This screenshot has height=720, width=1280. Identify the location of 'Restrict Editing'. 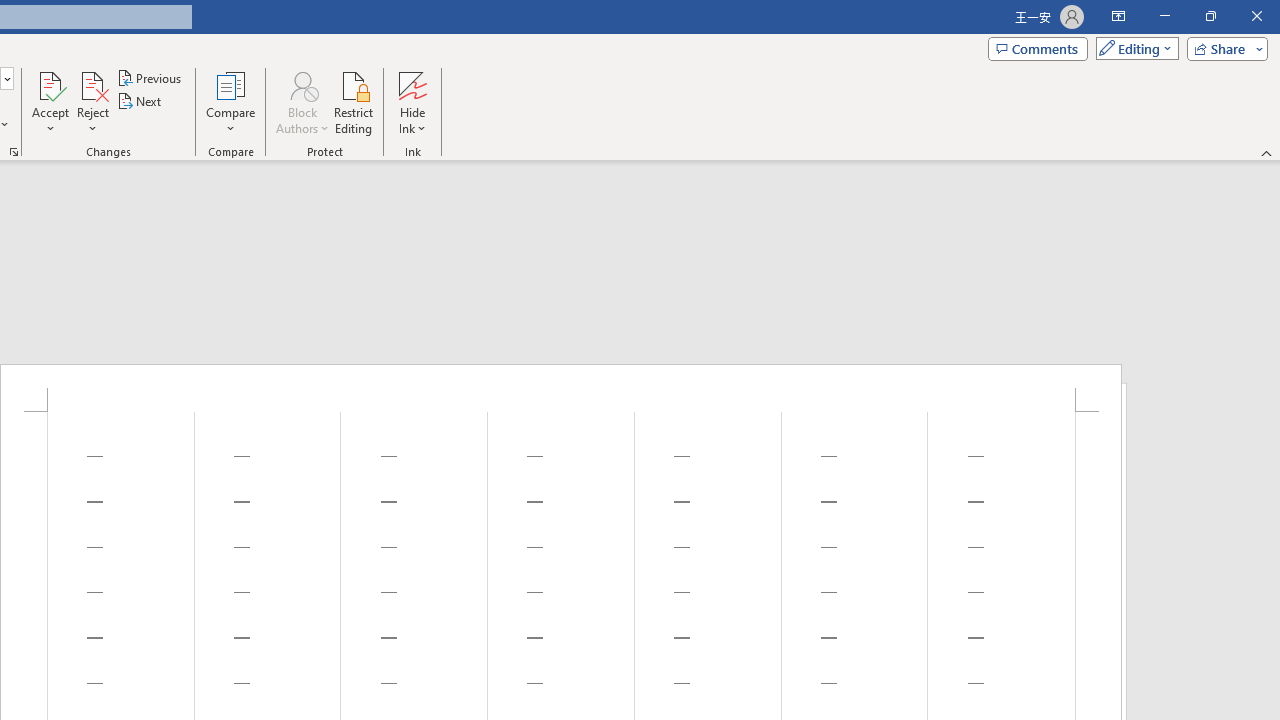
(353, 103).